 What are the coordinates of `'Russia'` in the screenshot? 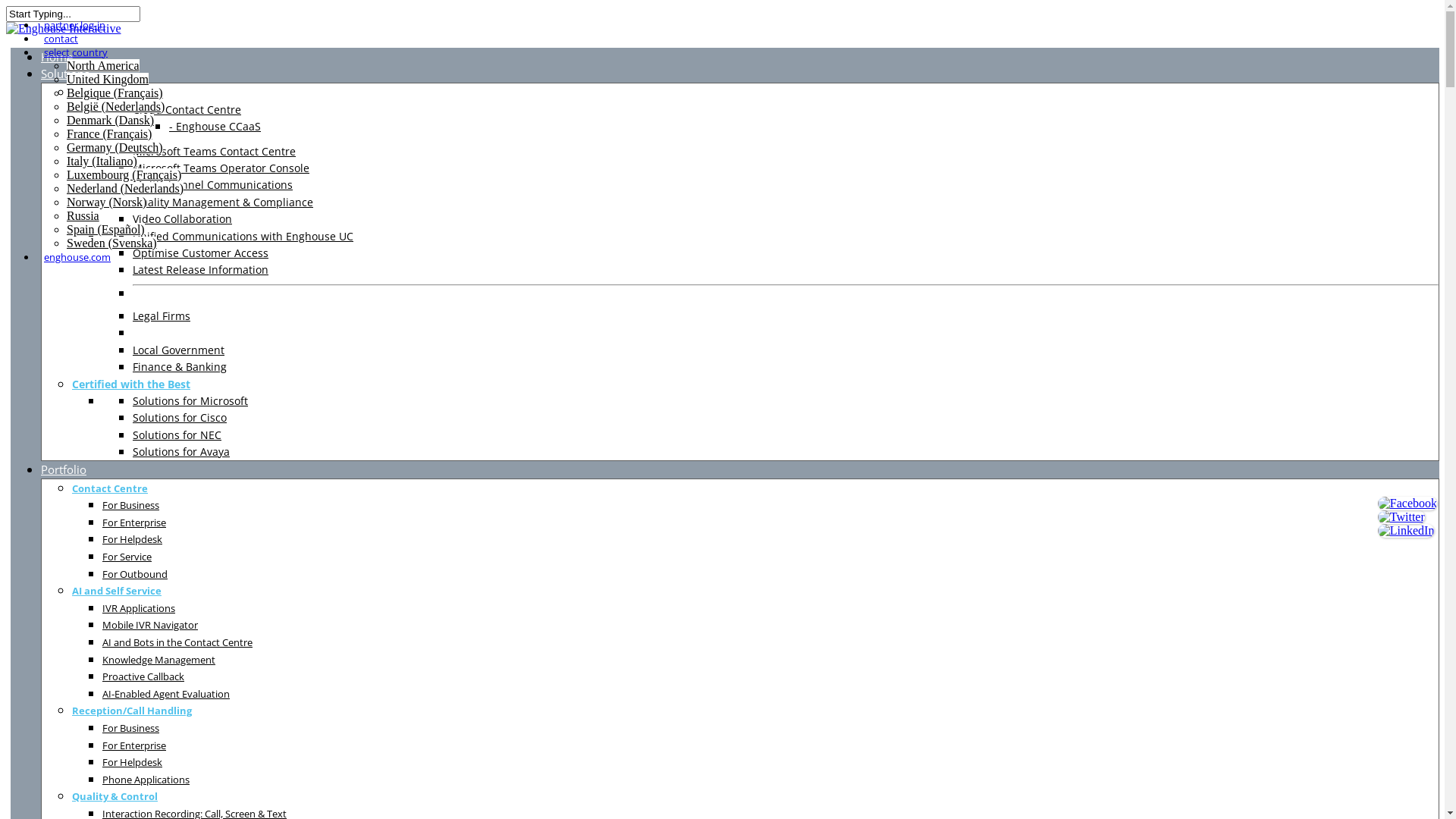 It's located at (65, 215).